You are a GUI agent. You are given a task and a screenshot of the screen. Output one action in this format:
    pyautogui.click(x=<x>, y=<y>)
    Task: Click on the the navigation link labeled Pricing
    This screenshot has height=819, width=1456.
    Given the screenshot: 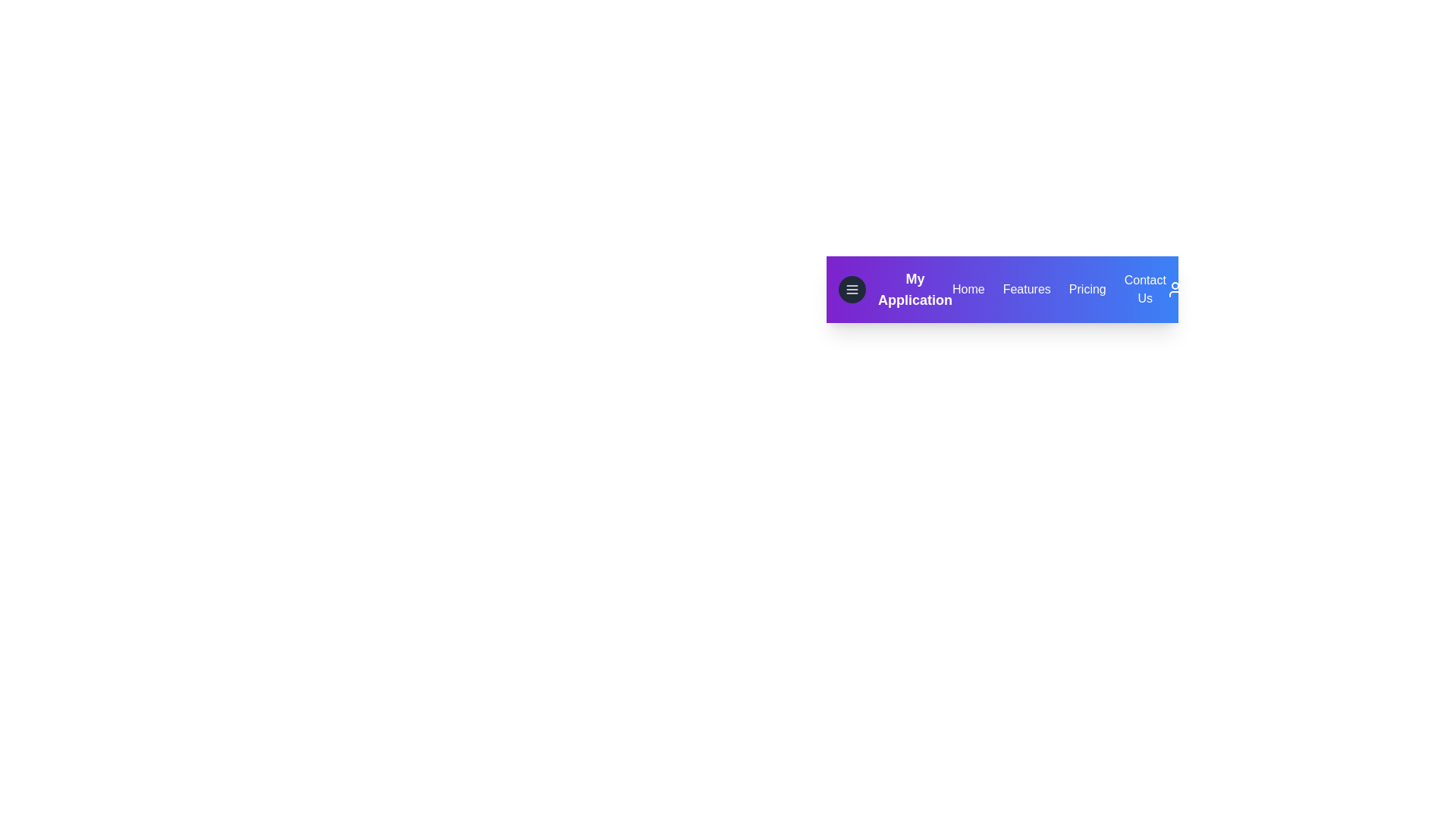 What is the action you would take?
    pyautogui.click(x=1087, y=289)
    